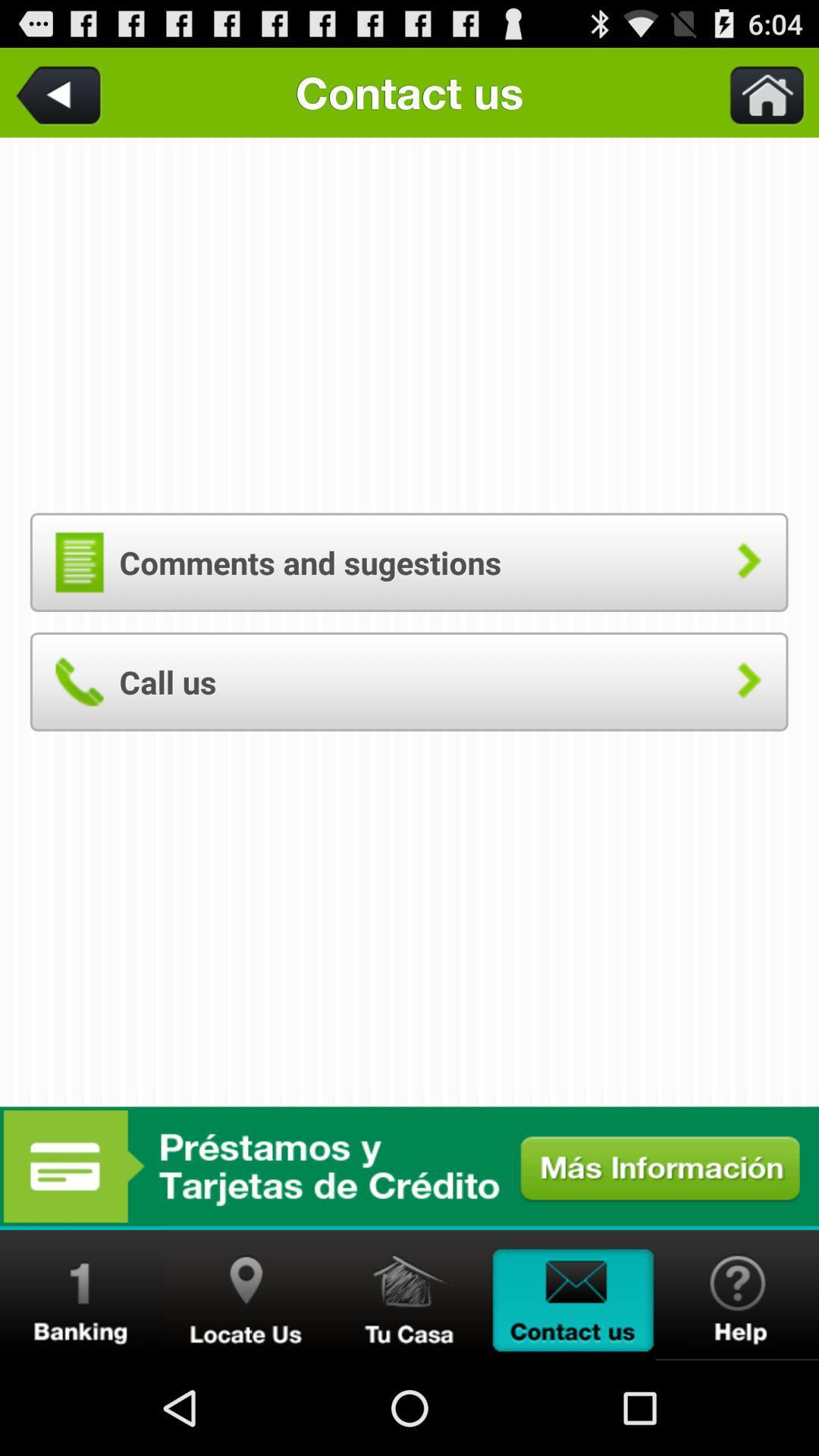  I want to click on the comments and sugestions item, so click(408, 561).